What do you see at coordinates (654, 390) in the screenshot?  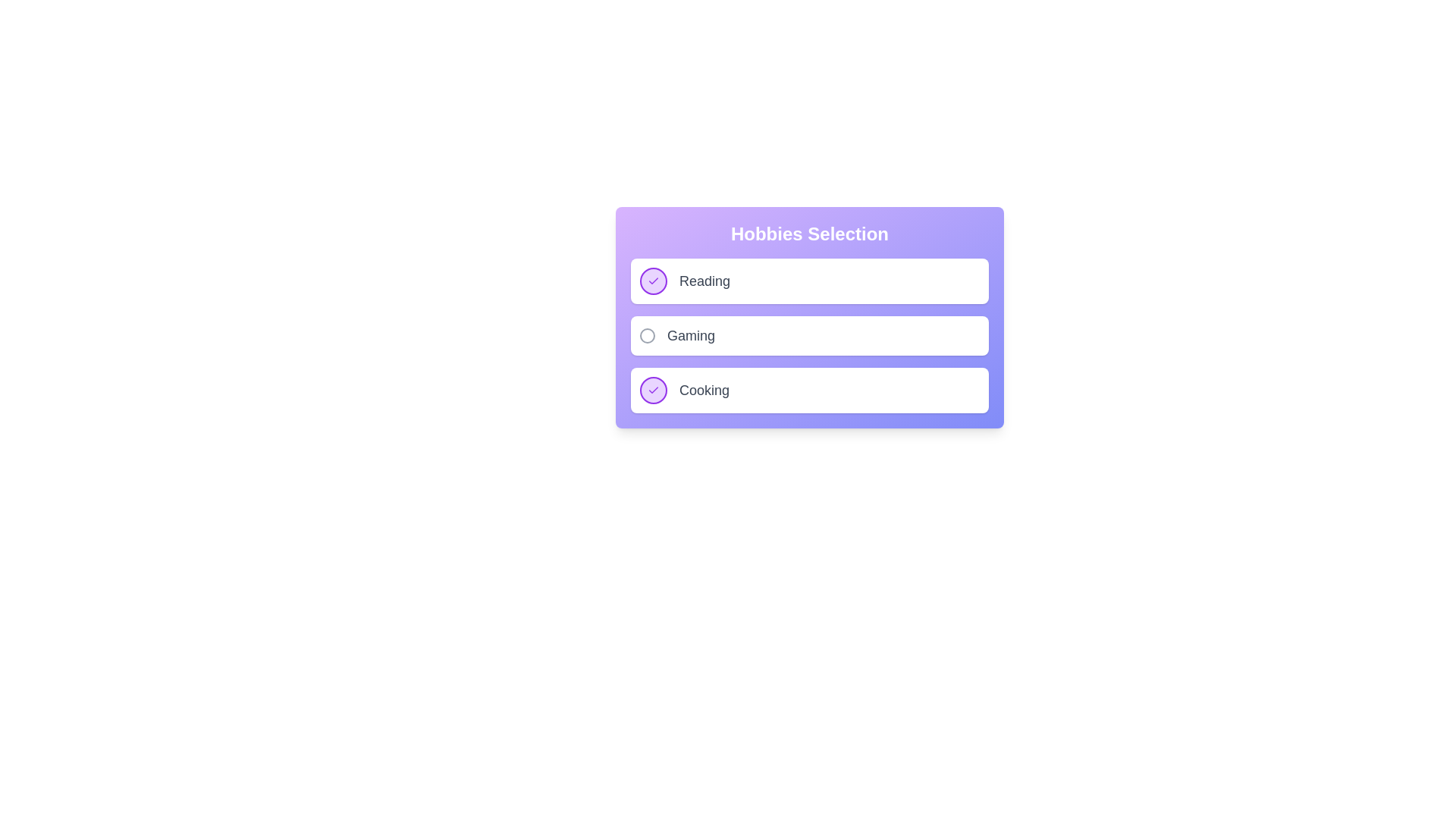 I see `the activity Cooking by clicking its respective button` at bounding box center [654, 390].